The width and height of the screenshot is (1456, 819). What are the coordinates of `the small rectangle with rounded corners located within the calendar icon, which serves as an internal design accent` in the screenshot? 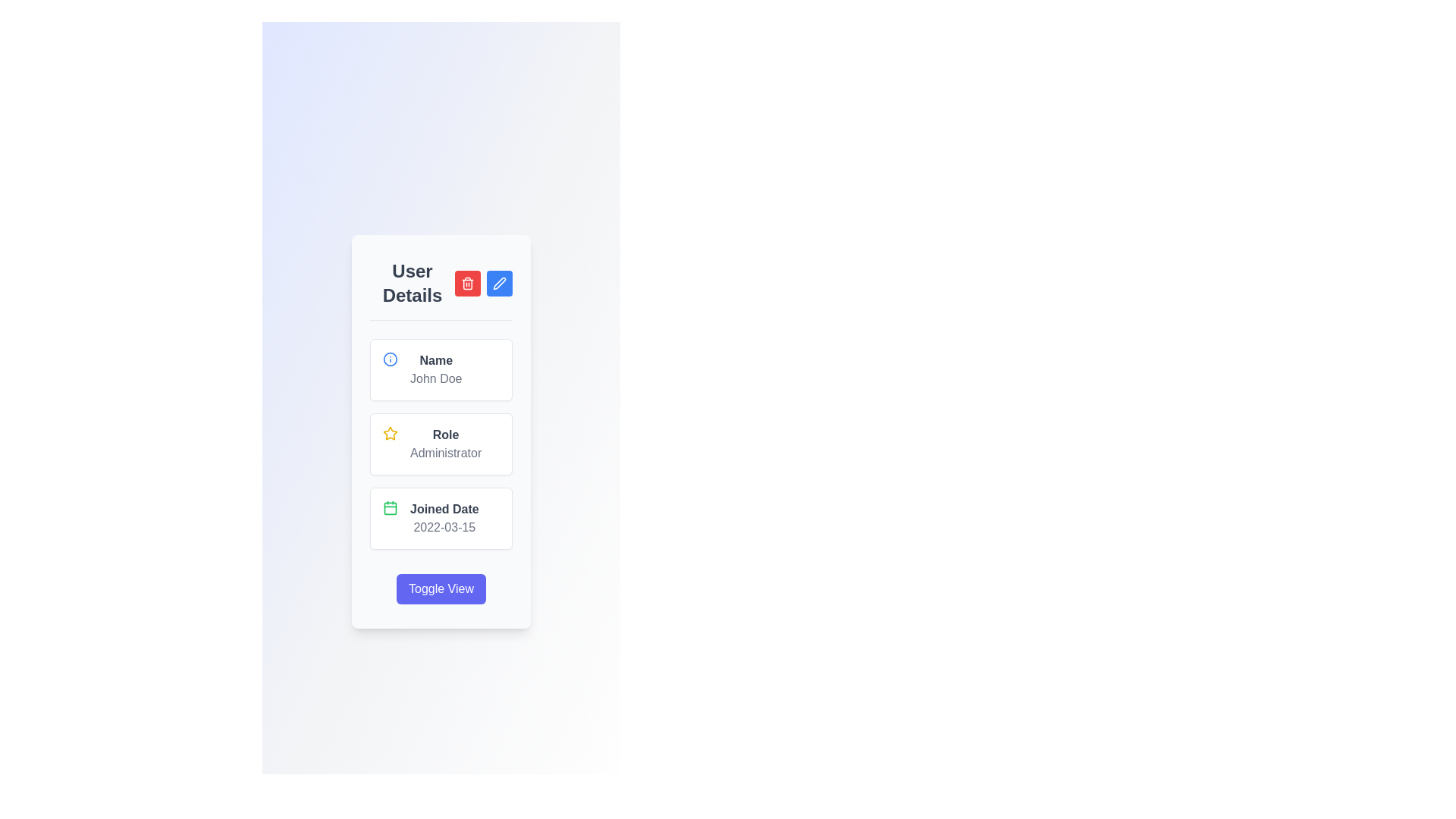 It's located at (390, 508).